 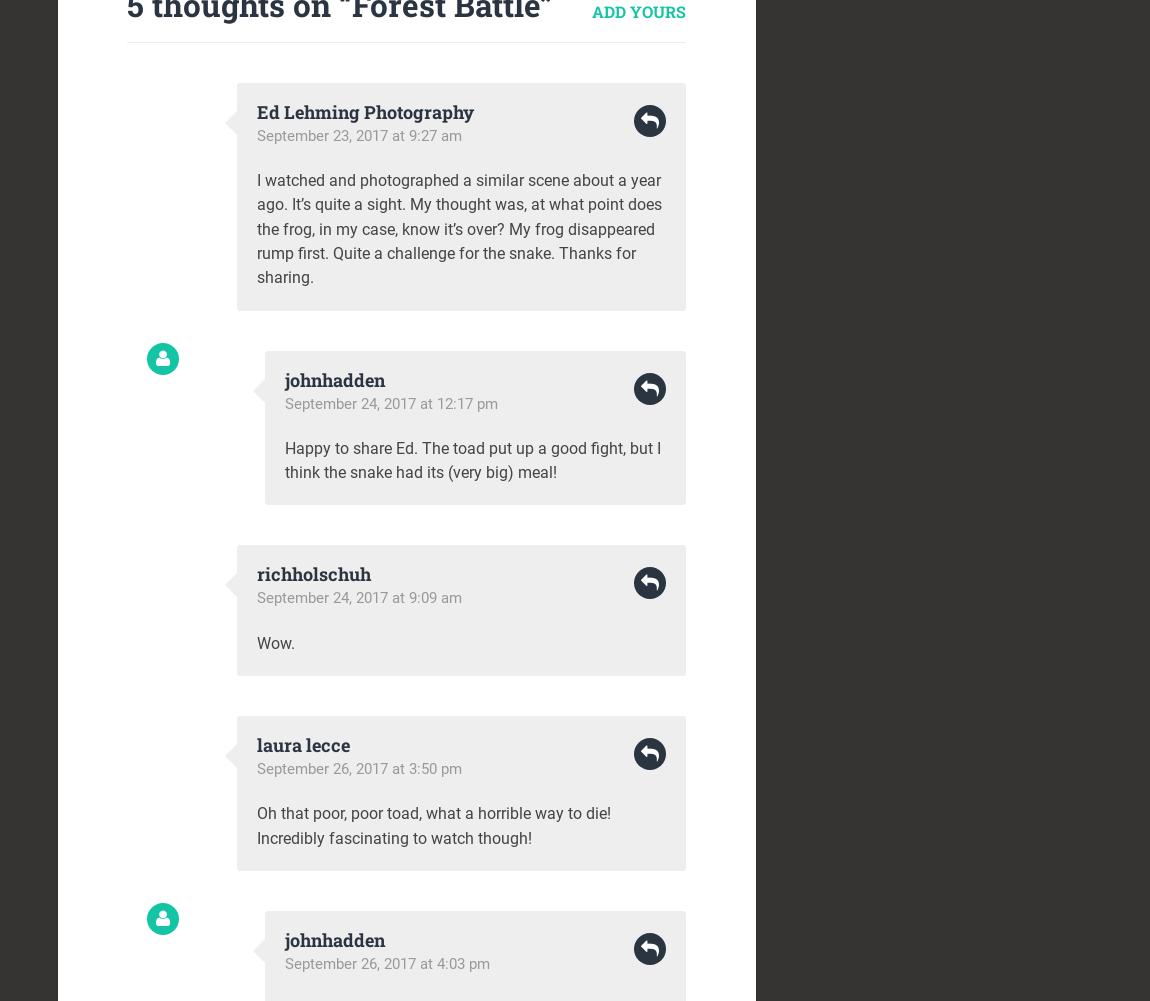 What do you see at coordinates (391, 402) in the screenshot?
I see `'September 24, 2017 at 12:17 pm'` at bounding box center [391, 402].